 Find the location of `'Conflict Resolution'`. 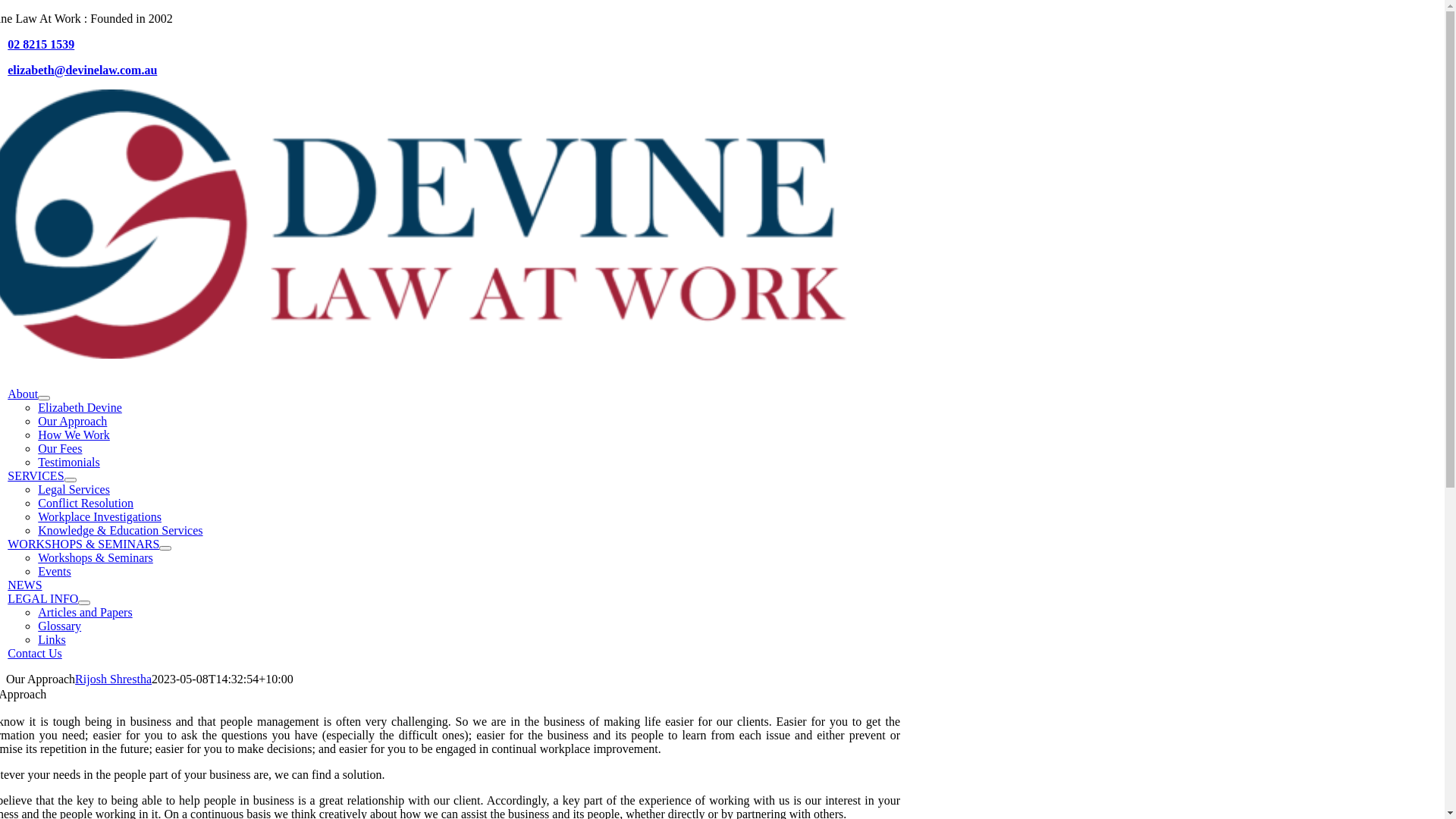

'Conflict Resolution' is located at coordinates (85, 503).